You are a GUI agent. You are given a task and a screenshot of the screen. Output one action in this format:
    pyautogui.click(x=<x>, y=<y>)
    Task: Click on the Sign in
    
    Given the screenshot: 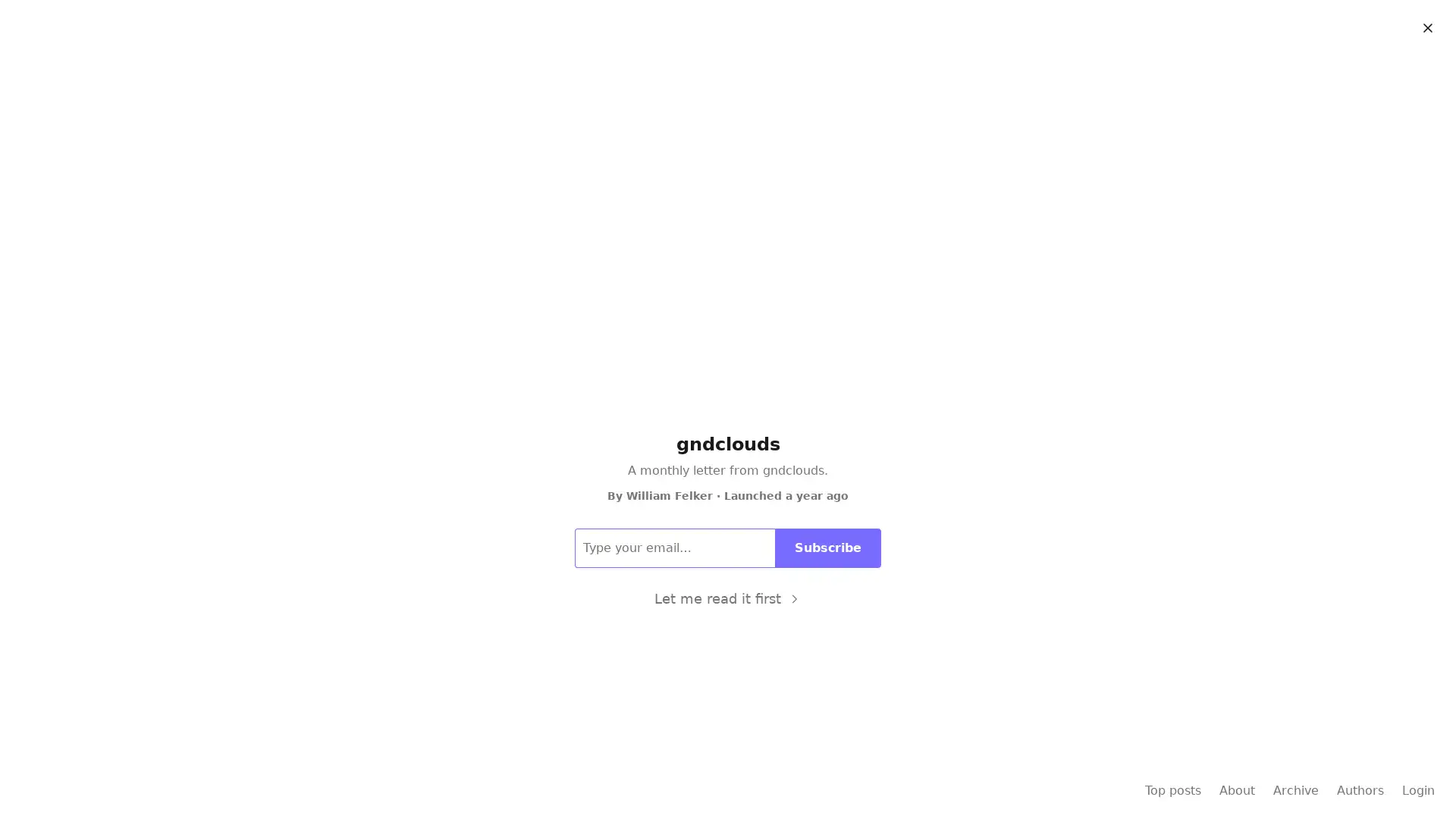 What is the action you would take?
    pyautogui.click(x=1414, y=24)
    